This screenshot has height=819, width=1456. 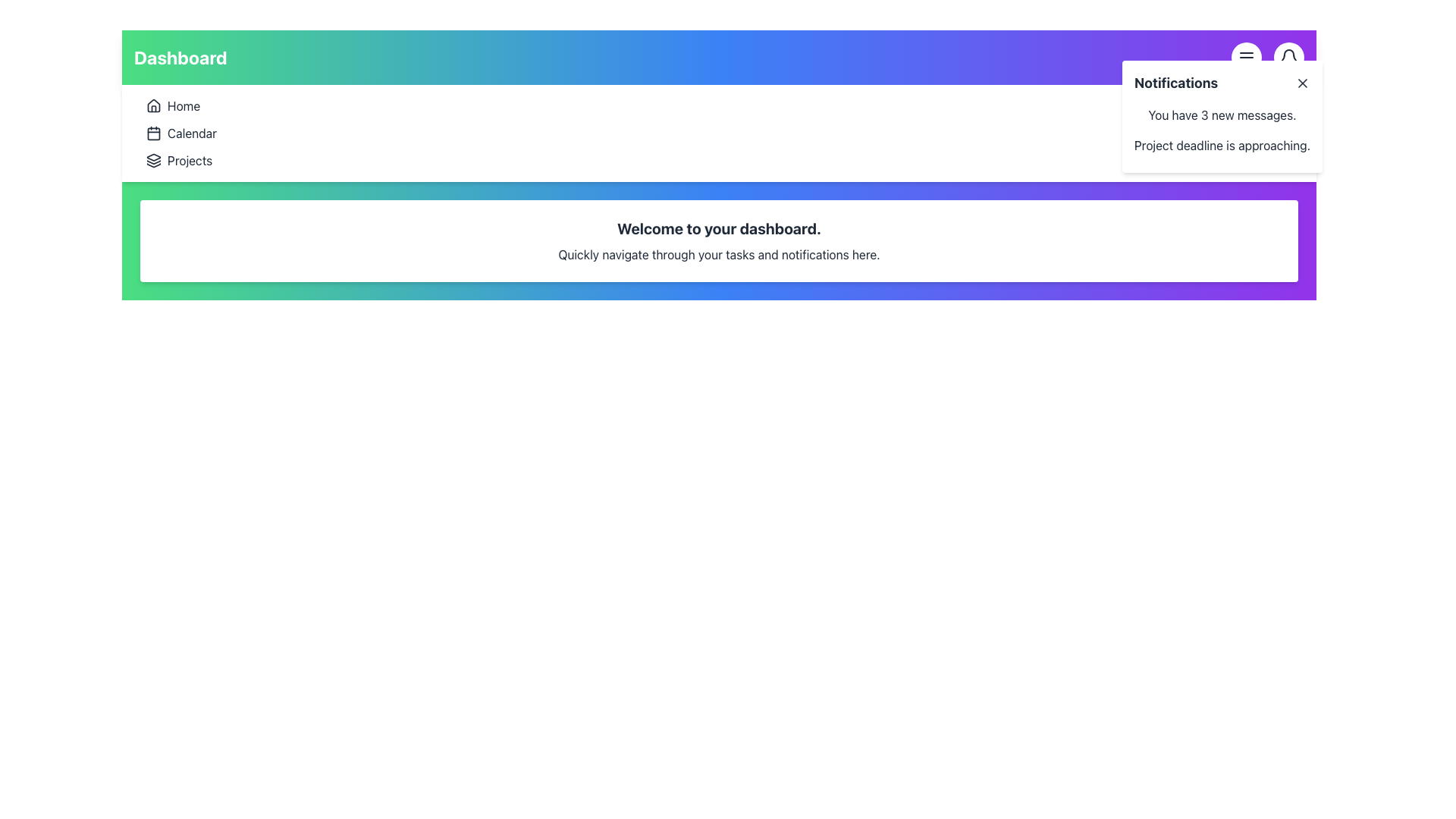 I want to click on the 'Home' text label in the vertical navigation menu, so click(x=183, y=105).